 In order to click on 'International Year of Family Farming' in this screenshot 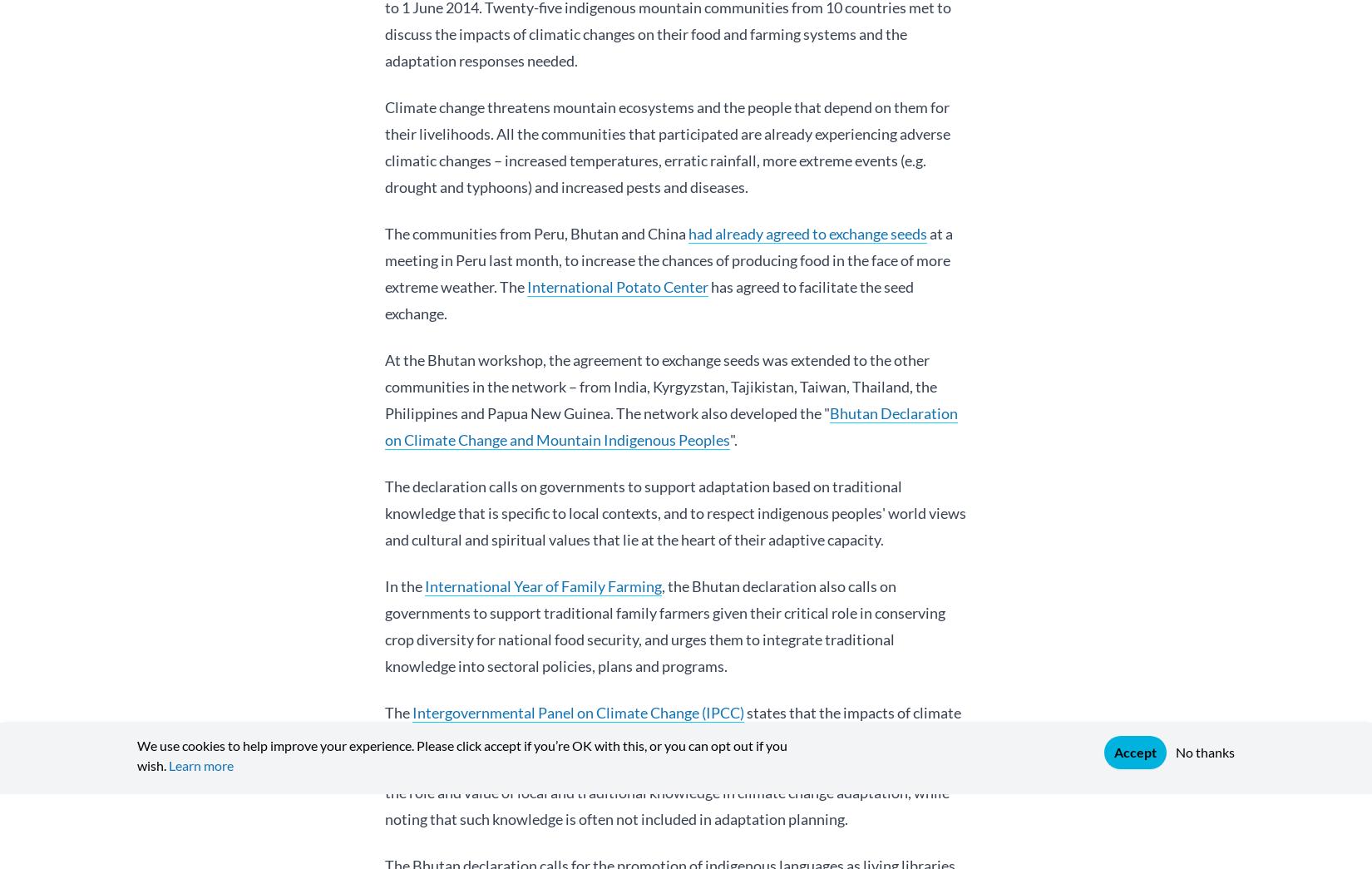, I will do `click(542, 585)`.